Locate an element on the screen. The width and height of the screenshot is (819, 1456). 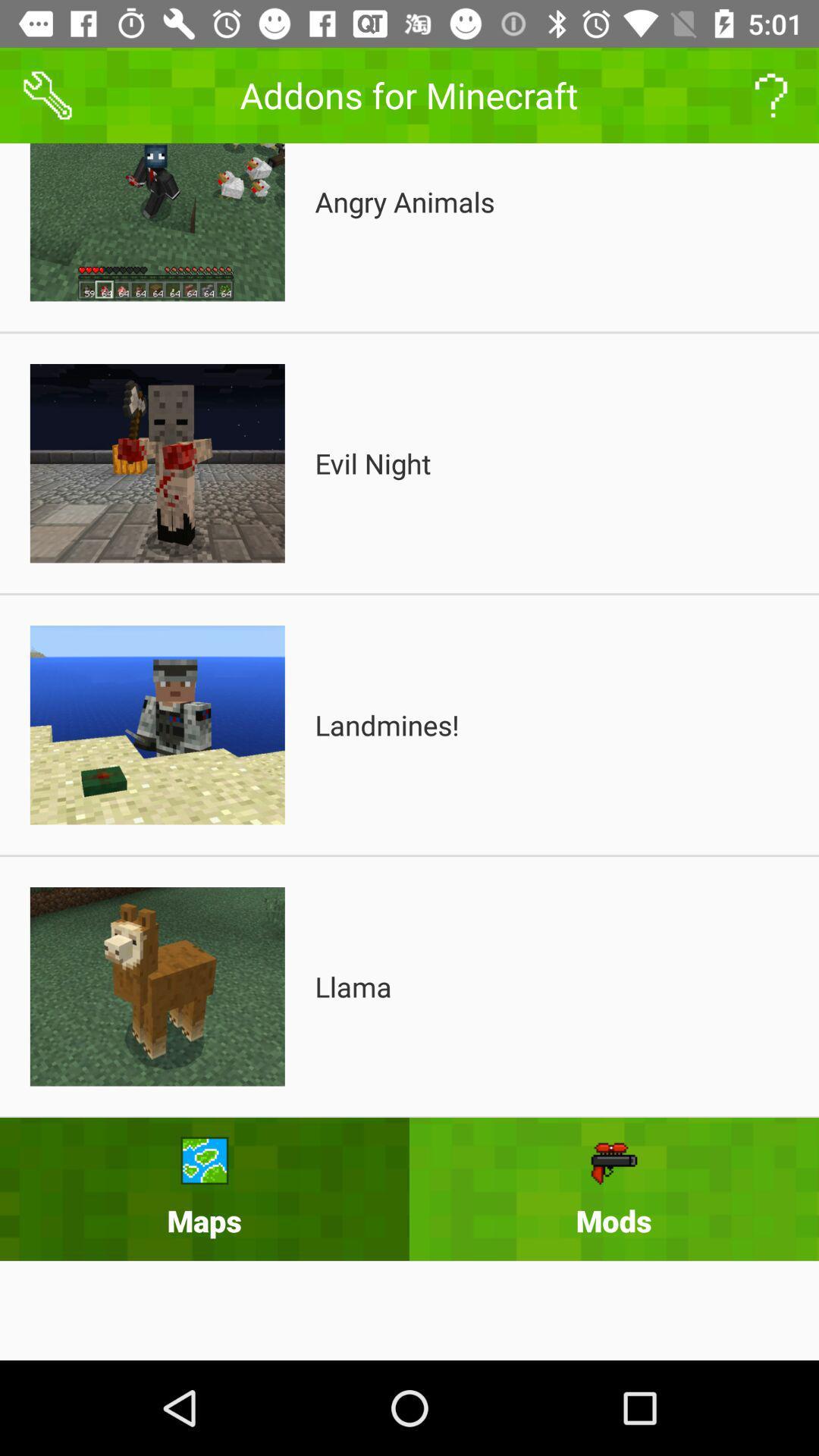
the angry animals icon is located at coordinates (403, 201).